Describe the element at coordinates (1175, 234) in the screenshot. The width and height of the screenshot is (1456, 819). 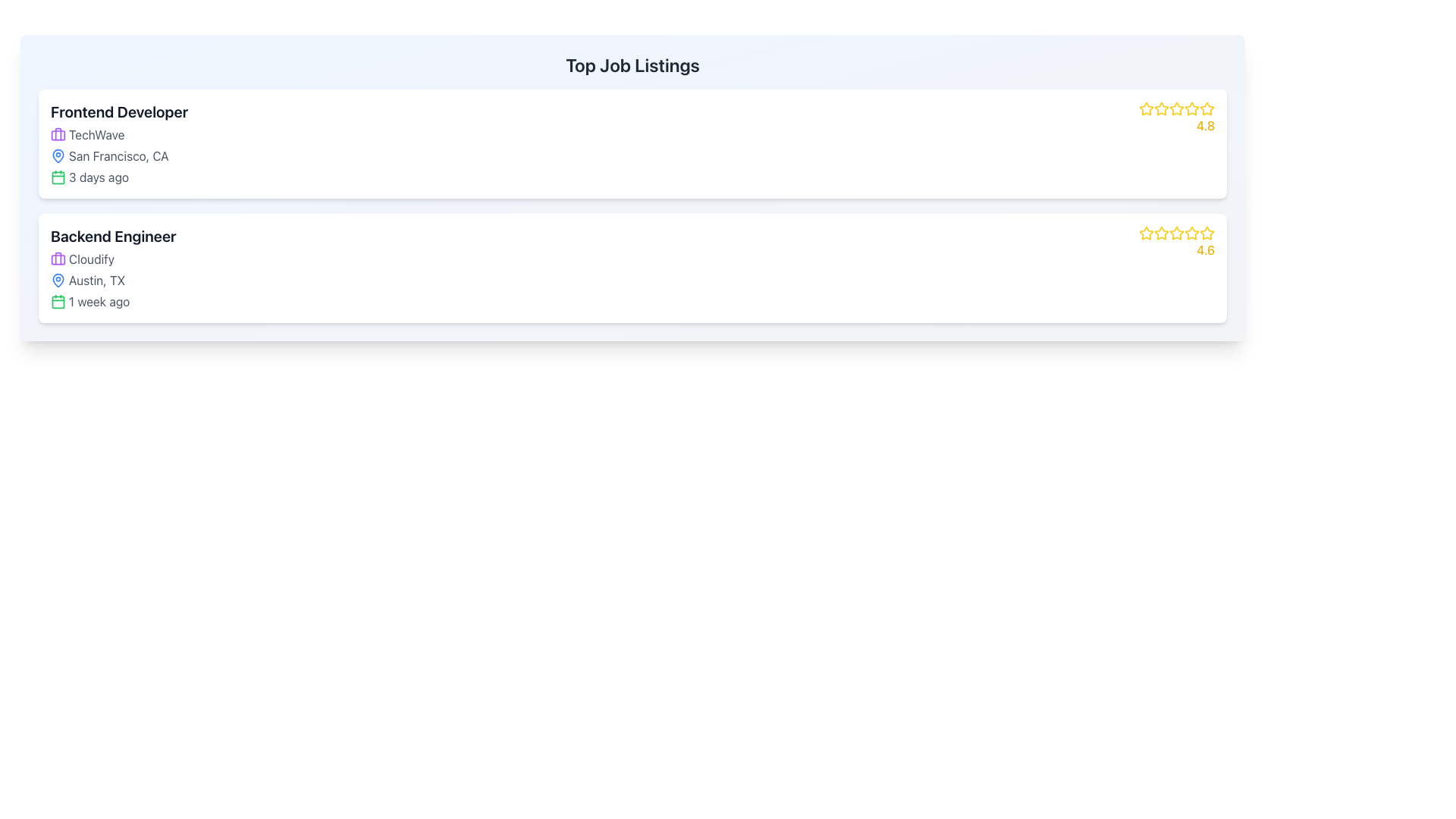
I see `the fourth star icon representing the rating for the job listing of 'Backend Engineer'` at that location.